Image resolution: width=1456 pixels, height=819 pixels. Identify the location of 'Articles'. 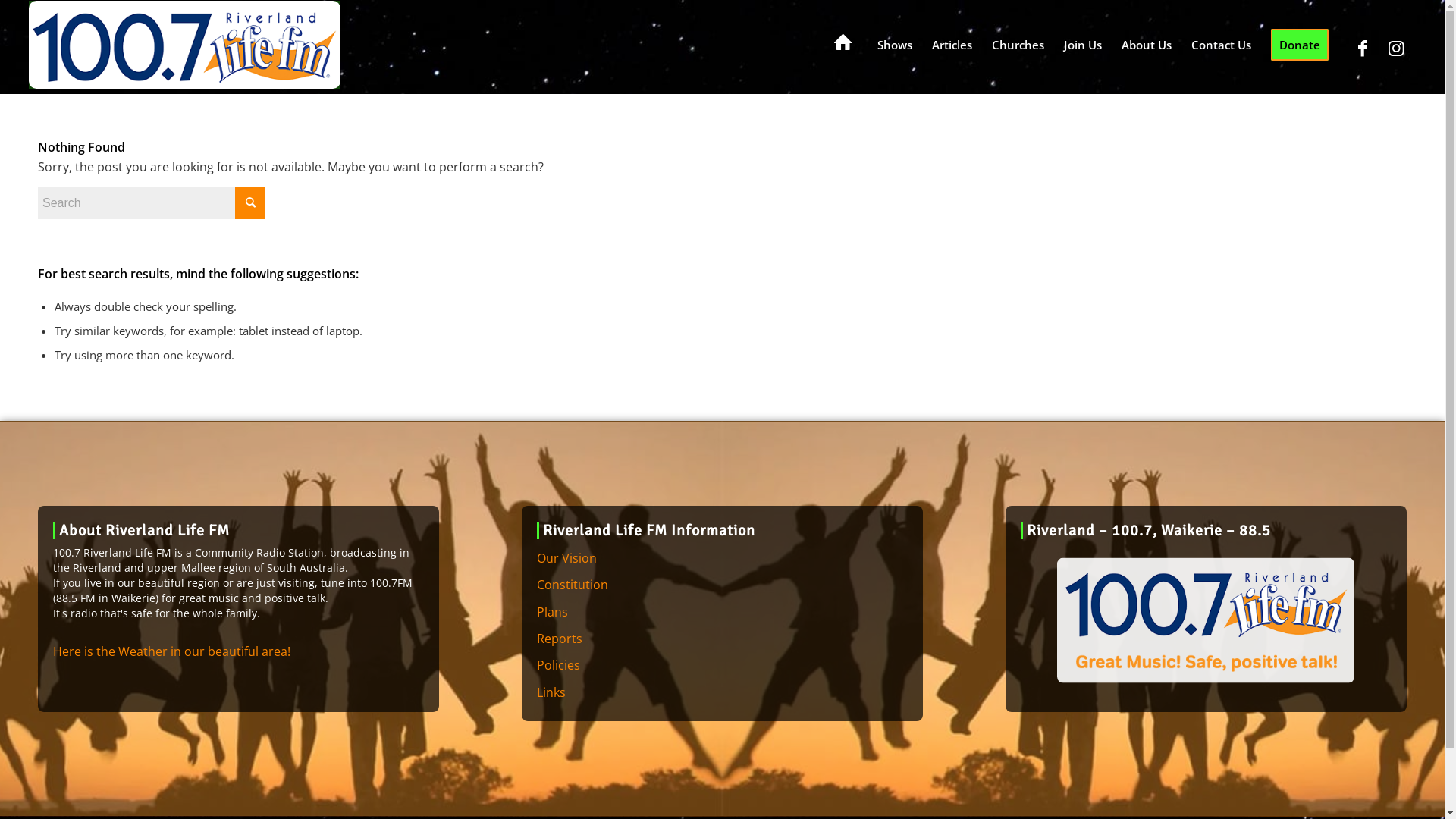
(951, 43).